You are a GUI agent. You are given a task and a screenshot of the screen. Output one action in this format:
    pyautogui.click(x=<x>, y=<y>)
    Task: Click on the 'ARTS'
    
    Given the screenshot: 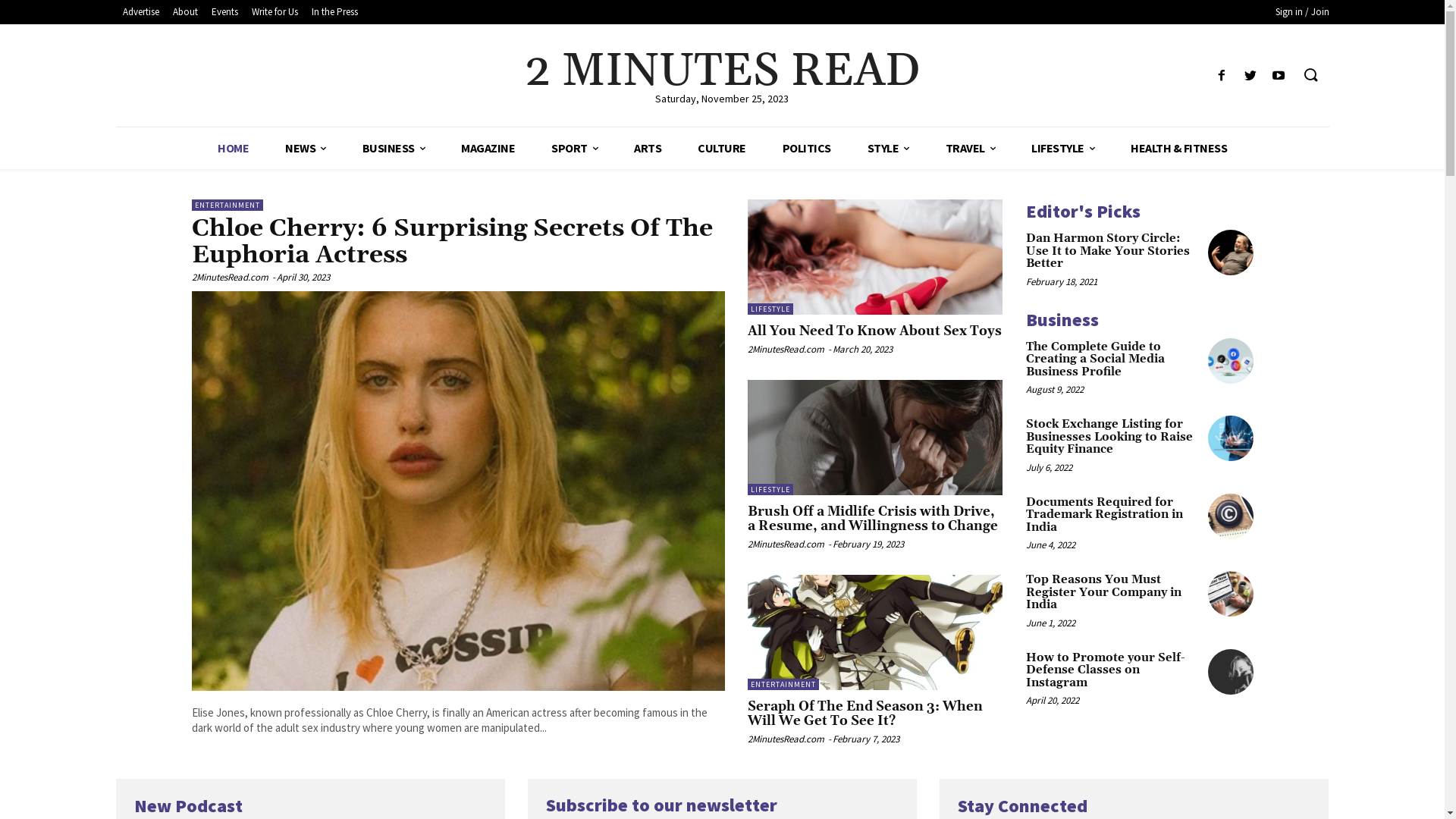 What is the action you would take?
    pyautogui.click(x=648, y=148)
    